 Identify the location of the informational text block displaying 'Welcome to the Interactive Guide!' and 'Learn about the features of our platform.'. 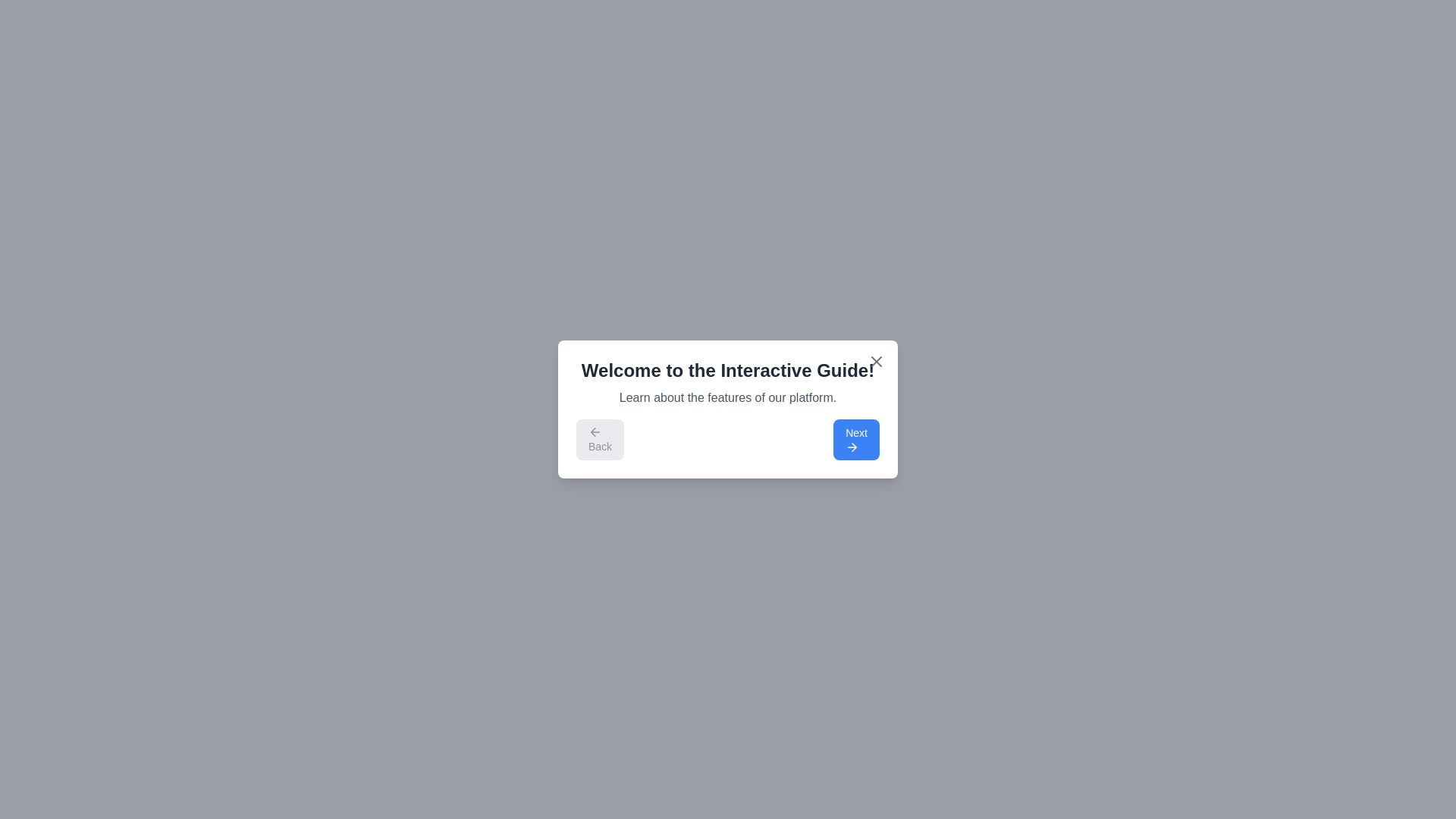
(728, 382).